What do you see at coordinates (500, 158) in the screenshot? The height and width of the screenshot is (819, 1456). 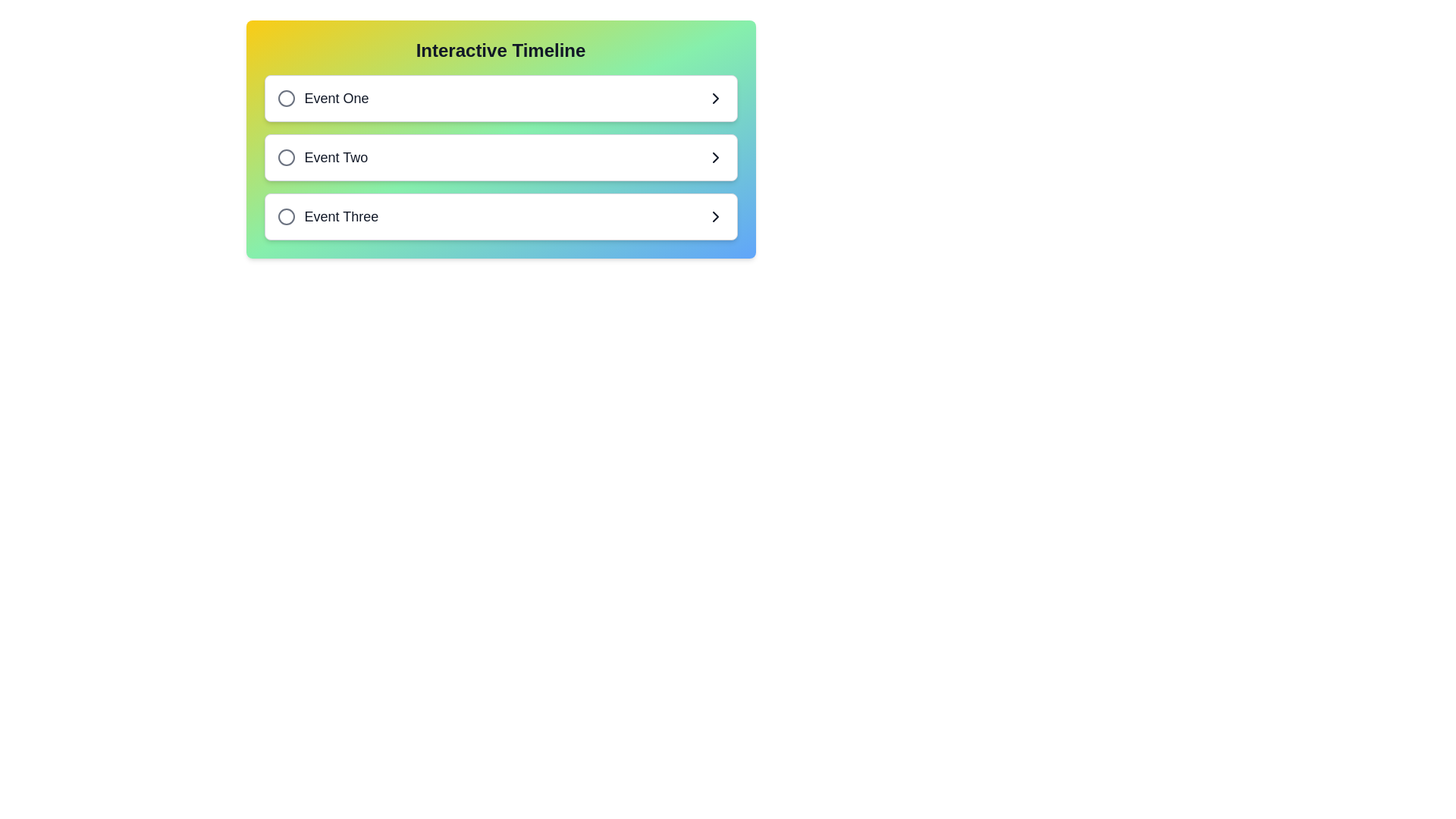 I see `the second interactive list item in the timeline` at bounding box center [500, 158].